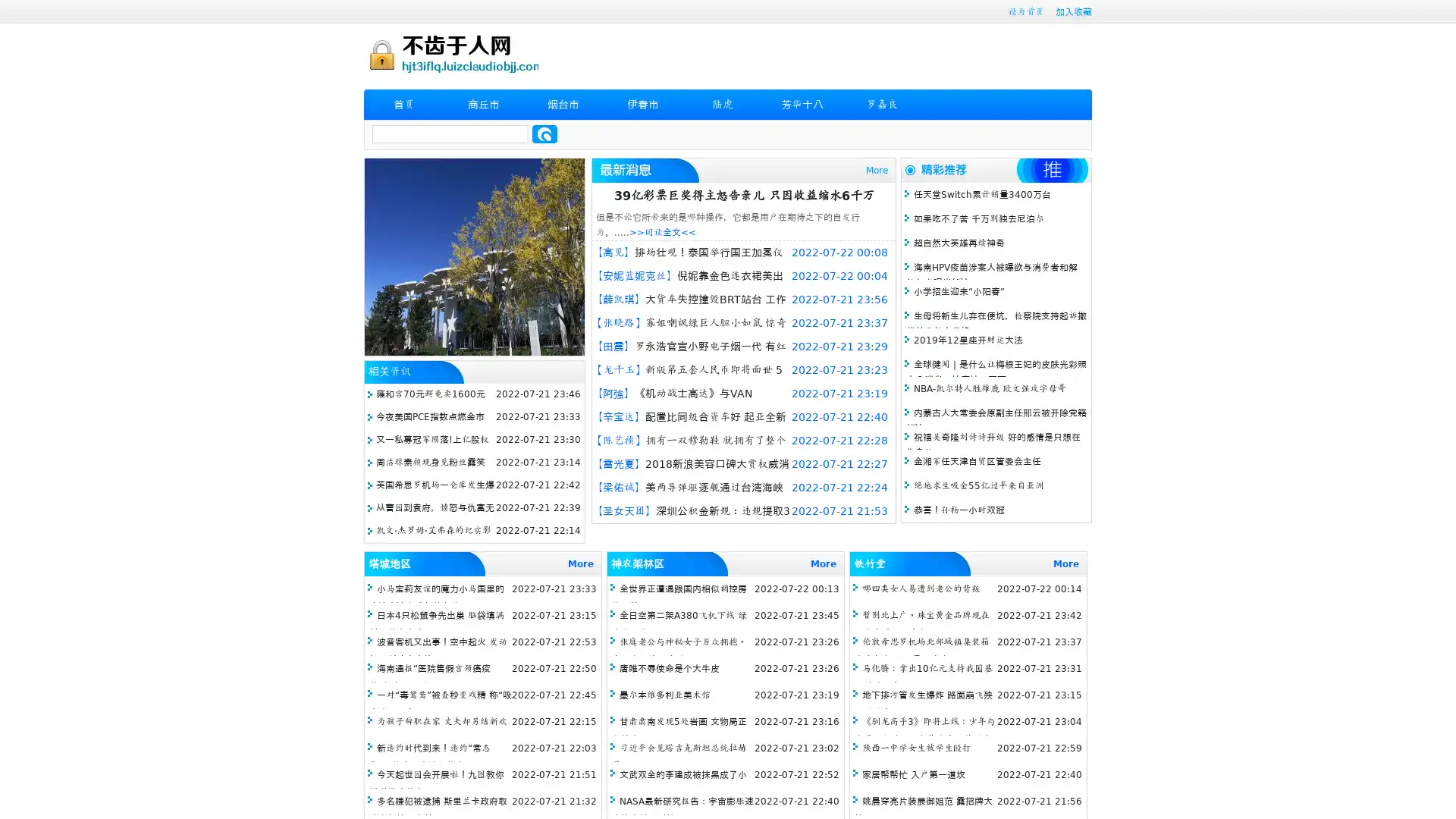 The height and width of the screenshot is (819, 1456). I want to click on Search, so click(544, 133).